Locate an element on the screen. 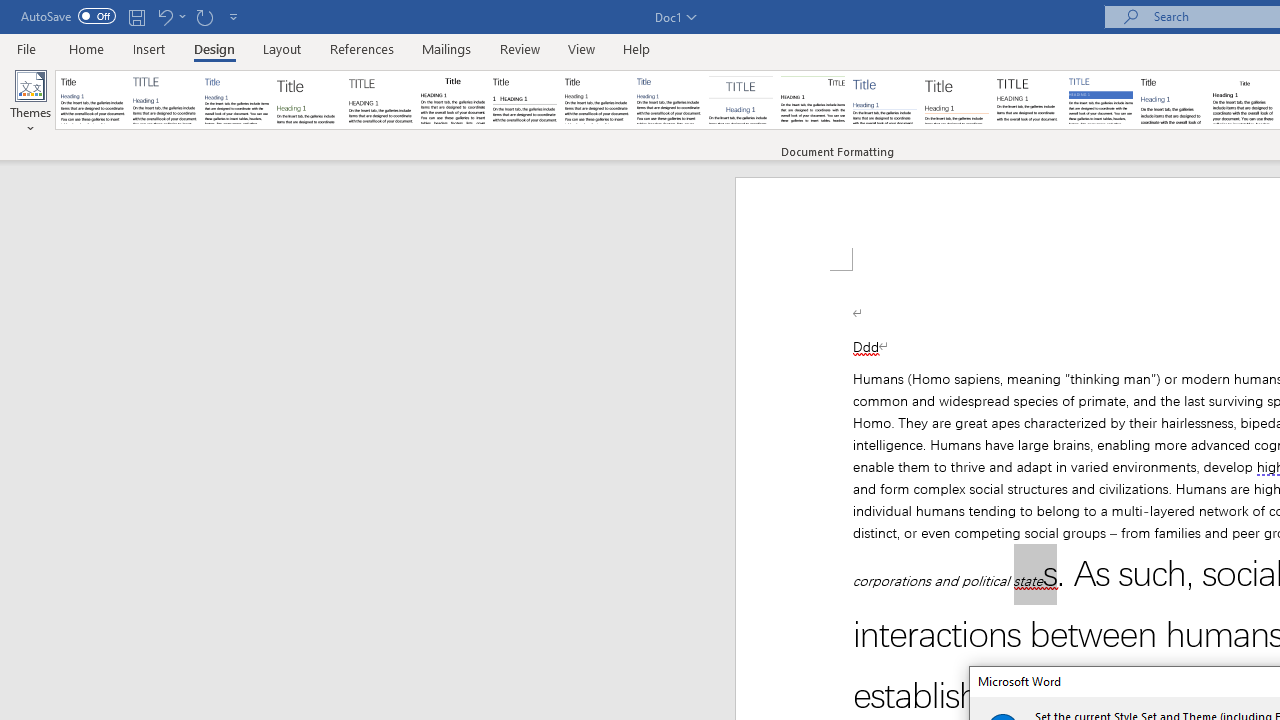 This screenshot has width=1280, height=720. 'Lines (Simple)' is located at coordinates (884, 100).